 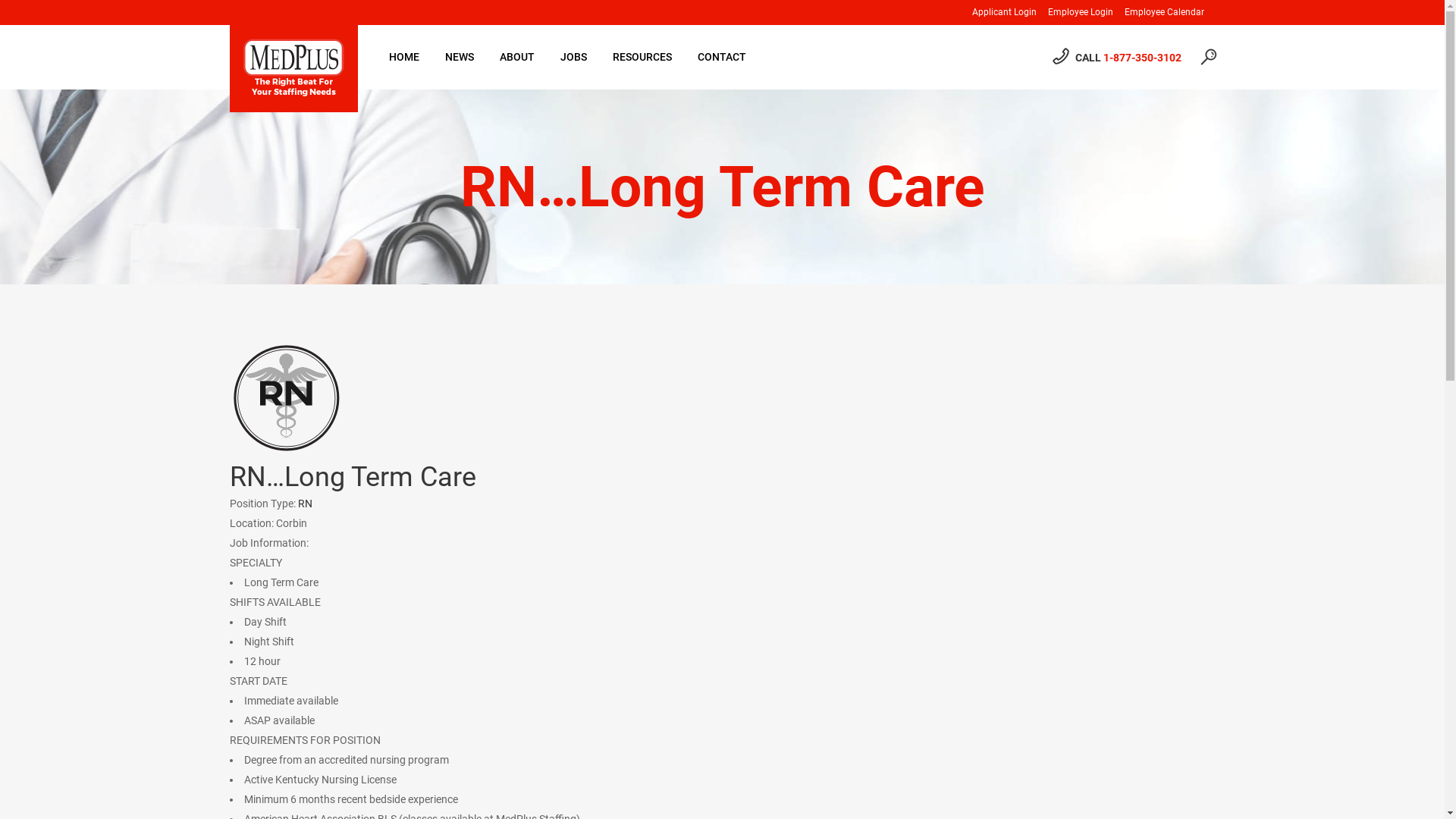 What do you see at coordinates (1073, 12) in the screenshot?
I see `'Employee Login'` at bounding box center [1073, 12].